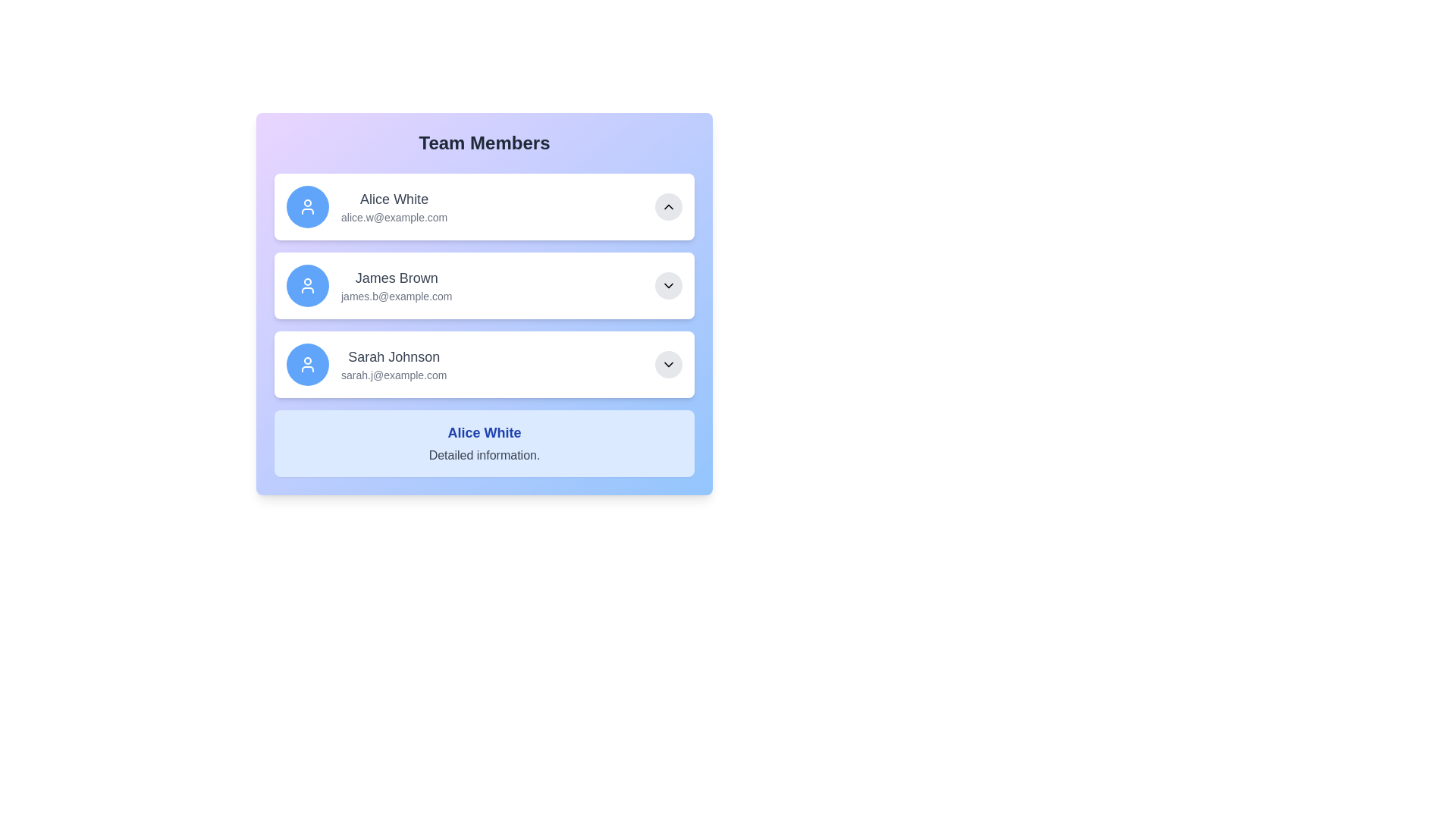 Image resolution: width=1456 pixels, height=819 pixels. I want to click on text label displaying the name 'James Brown', which is centrally located in the list of team members, so click(397, 278).